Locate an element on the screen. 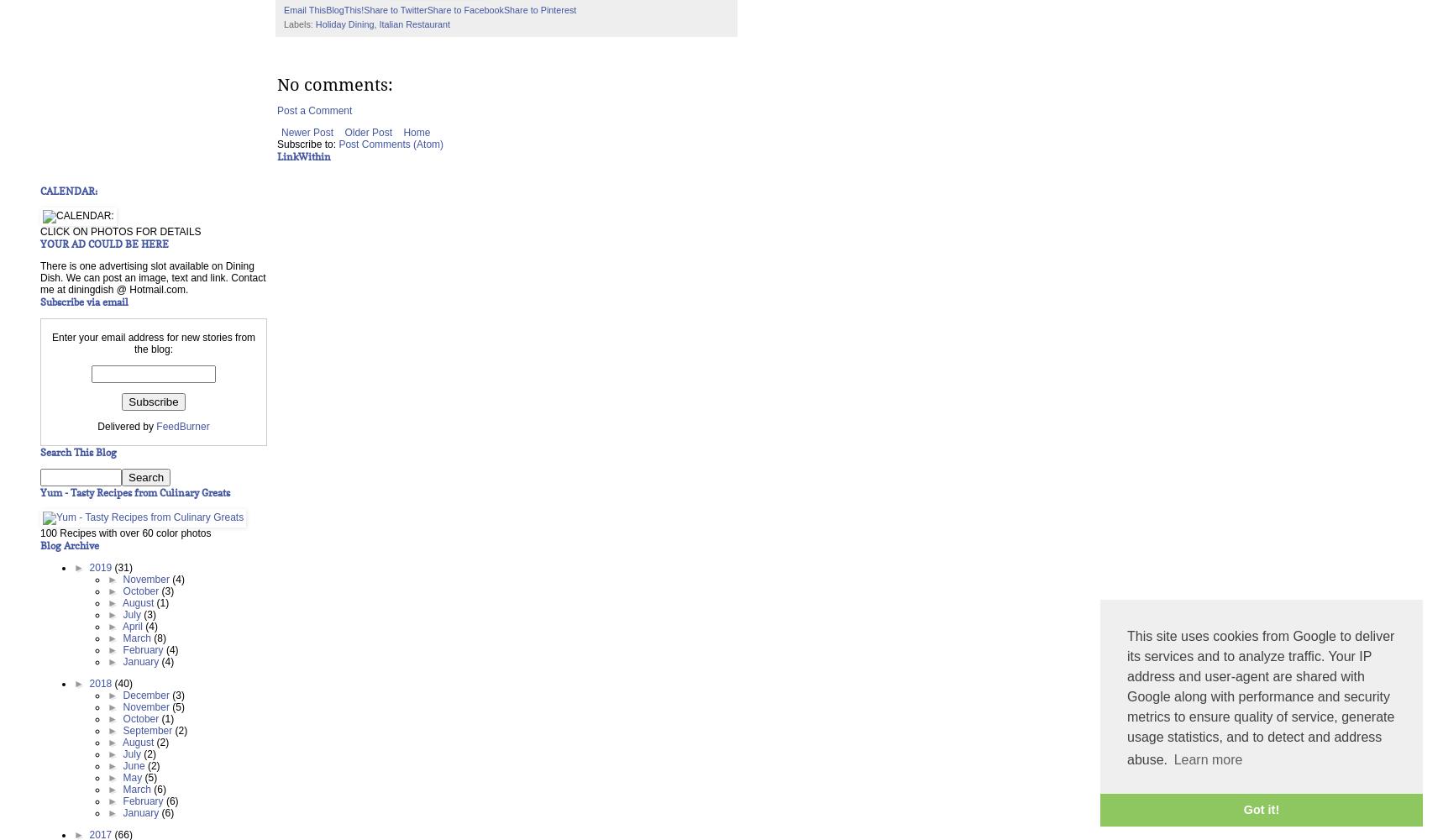 The width and height of the screenshot is (1443, 840). 'Enter your email address for new stories from the blog:' is located at coordinates (152, 344).